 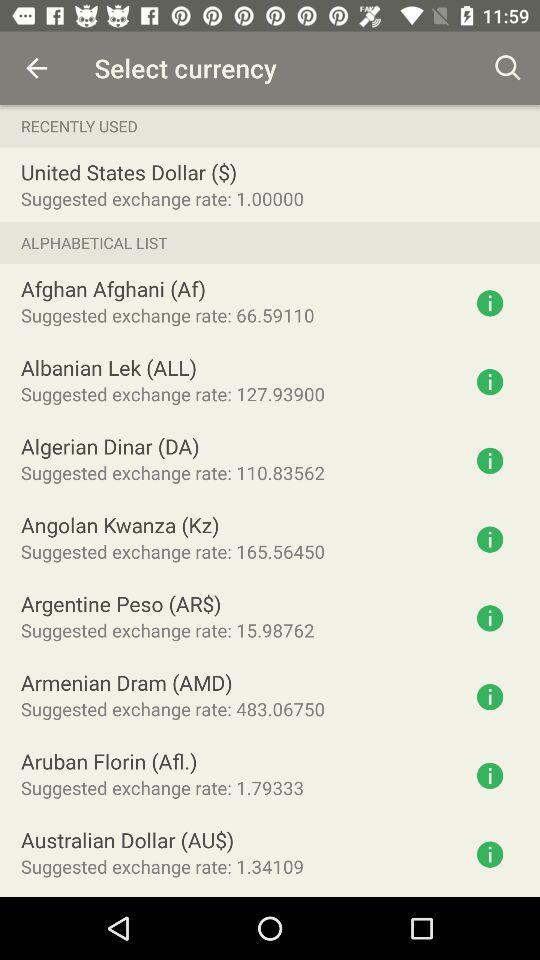 What do you see at coordinates (36, 68) in the screenshot?
I see `go back` at bounding box center [36, 68].